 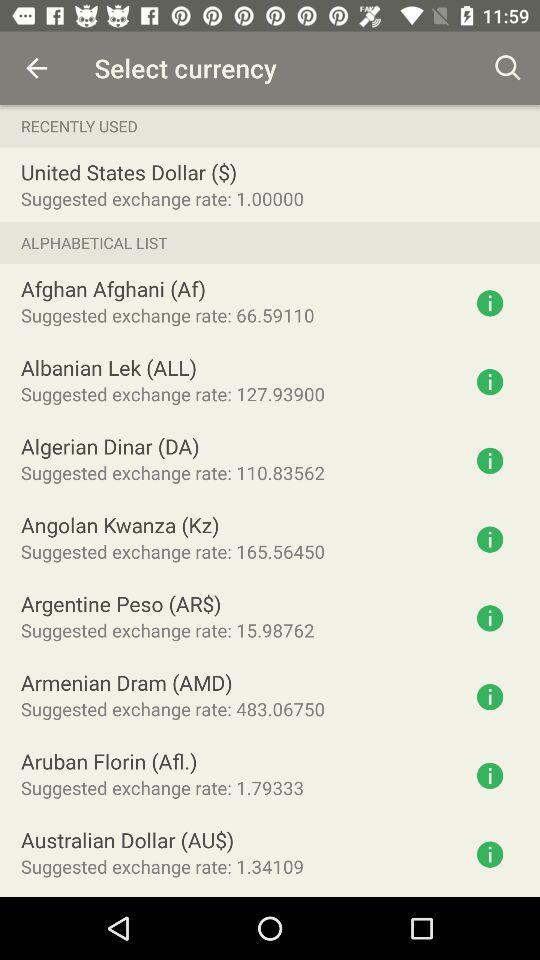 What do you see at coordinates (36, 68) in the screenshot?
I see `go back` at bounding box center [36, 68].